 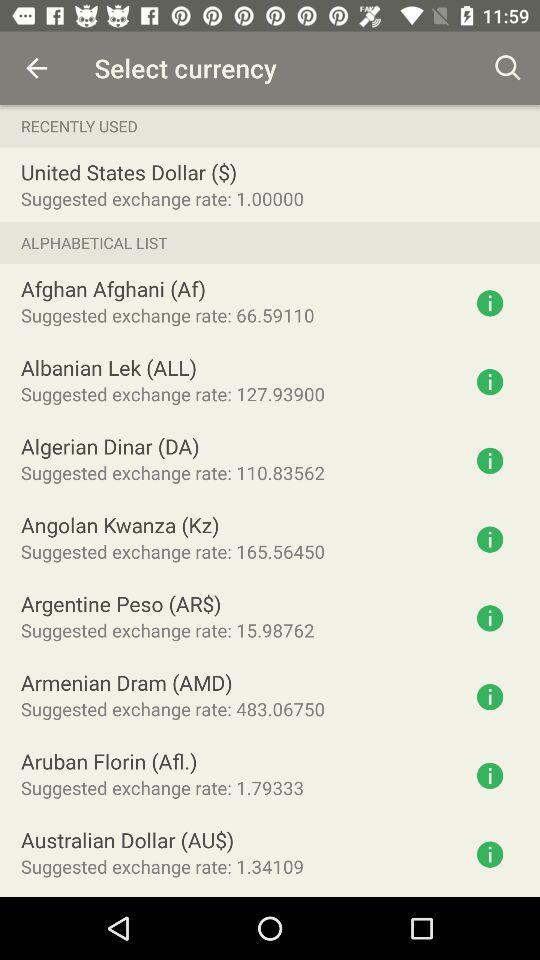 What do you see at coordinates (36, 68) in the screenshot?
I see `go back` at bounding box center [36, 68].